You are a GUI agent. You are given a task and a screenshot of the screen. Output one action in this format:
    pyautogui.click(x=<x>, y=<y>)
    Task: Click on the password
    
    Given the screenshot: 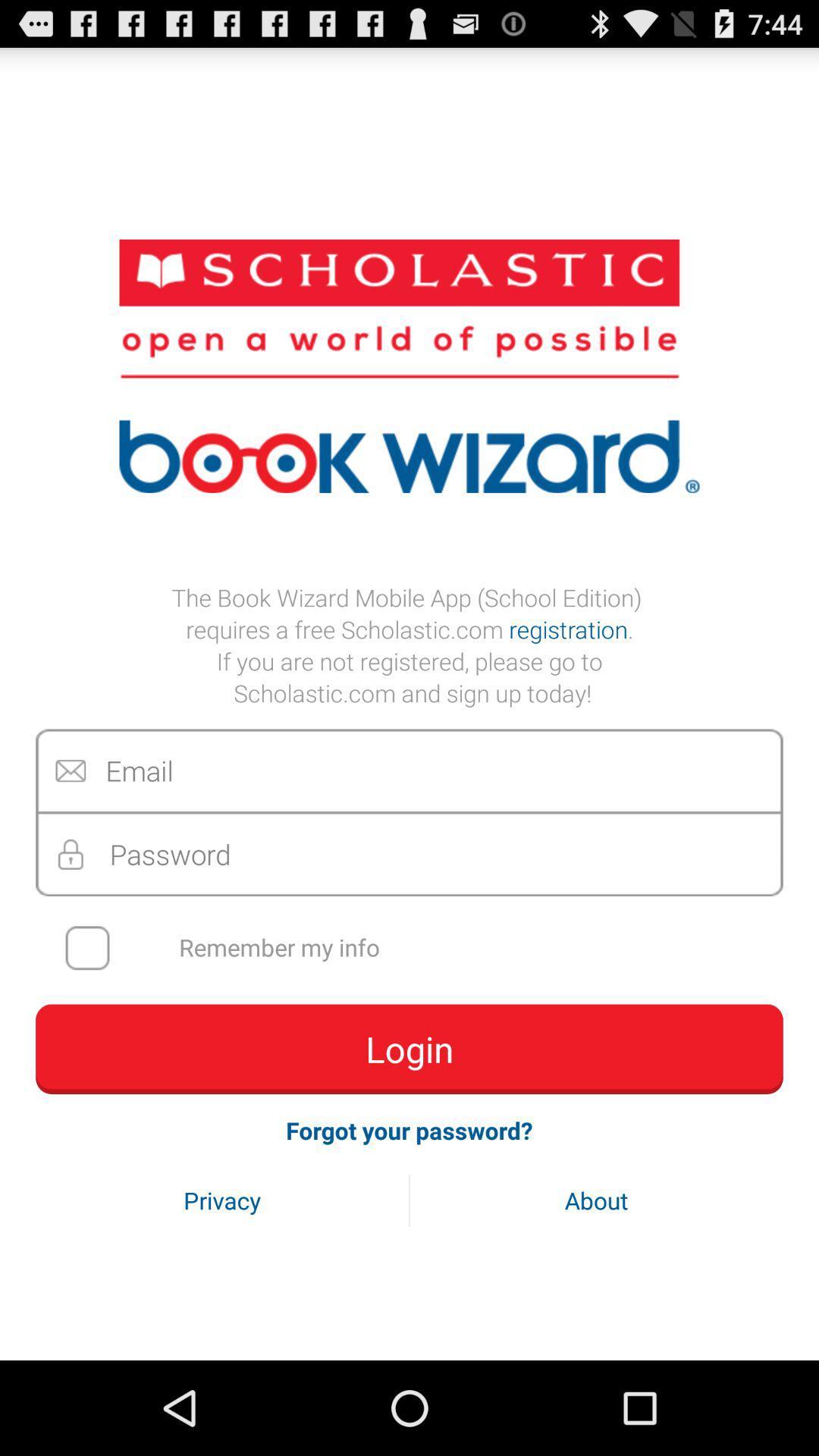 What is the action you would take?
    pyautogui.click(x=409, y=854)
    